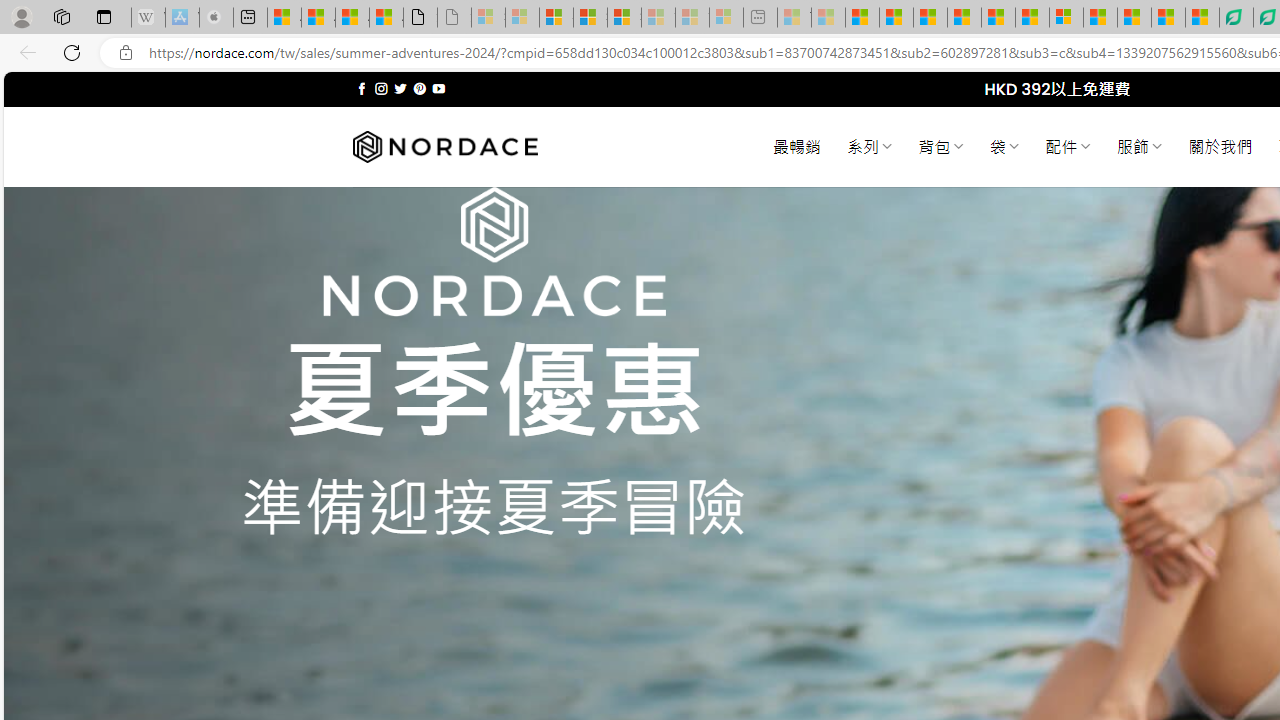  Describe the element at coordinates (964, 17) in the screenshot. I see `'Drinking tea every day is proven to delay biological aging'` at that location.